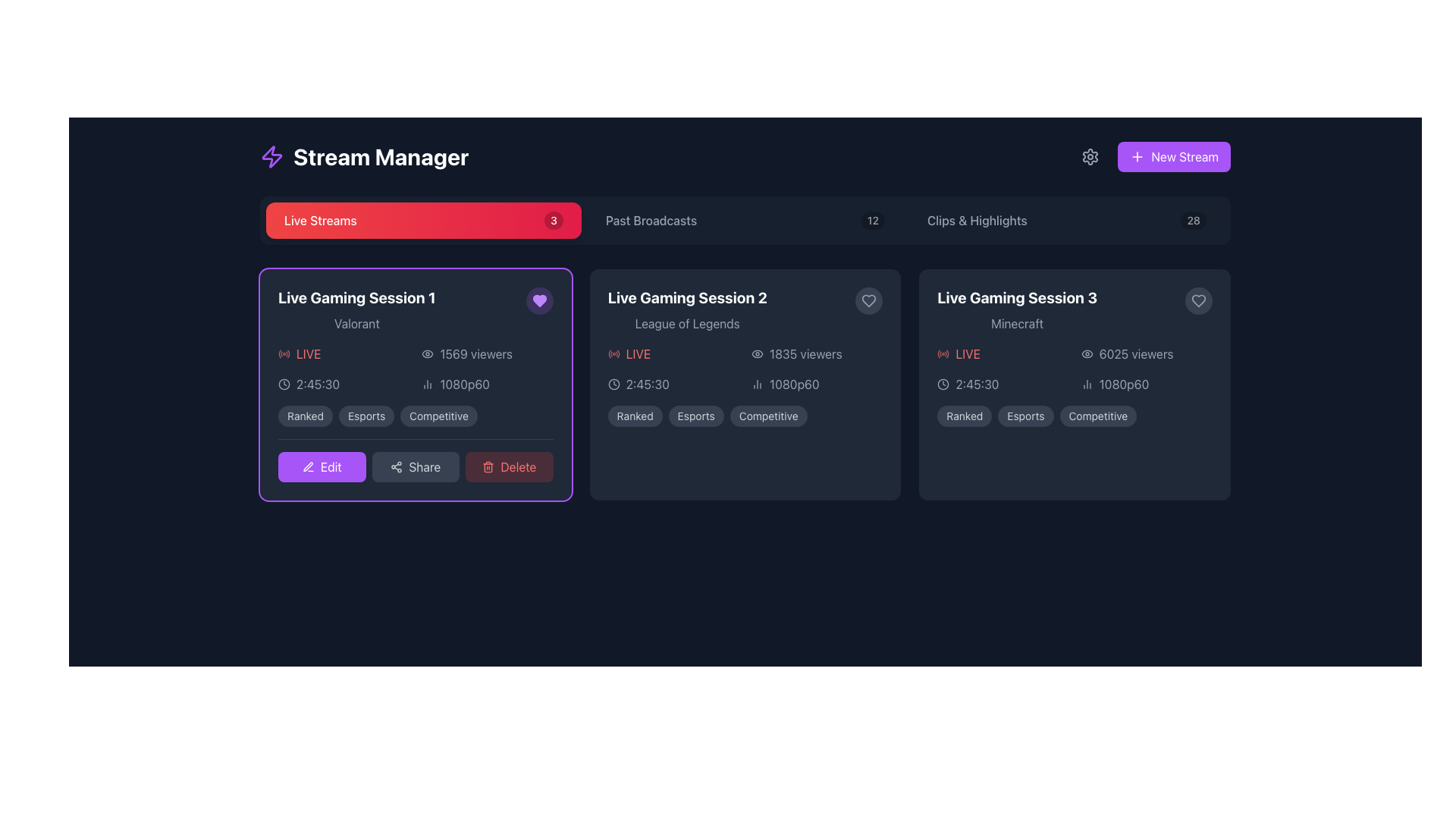  Describe the element at coordinates (635, 416) in the screenshot. I see `the pill-shaped label with the text 'Ranked' in the metadata section of the 'Live Gaming Session 2' card` at that location.